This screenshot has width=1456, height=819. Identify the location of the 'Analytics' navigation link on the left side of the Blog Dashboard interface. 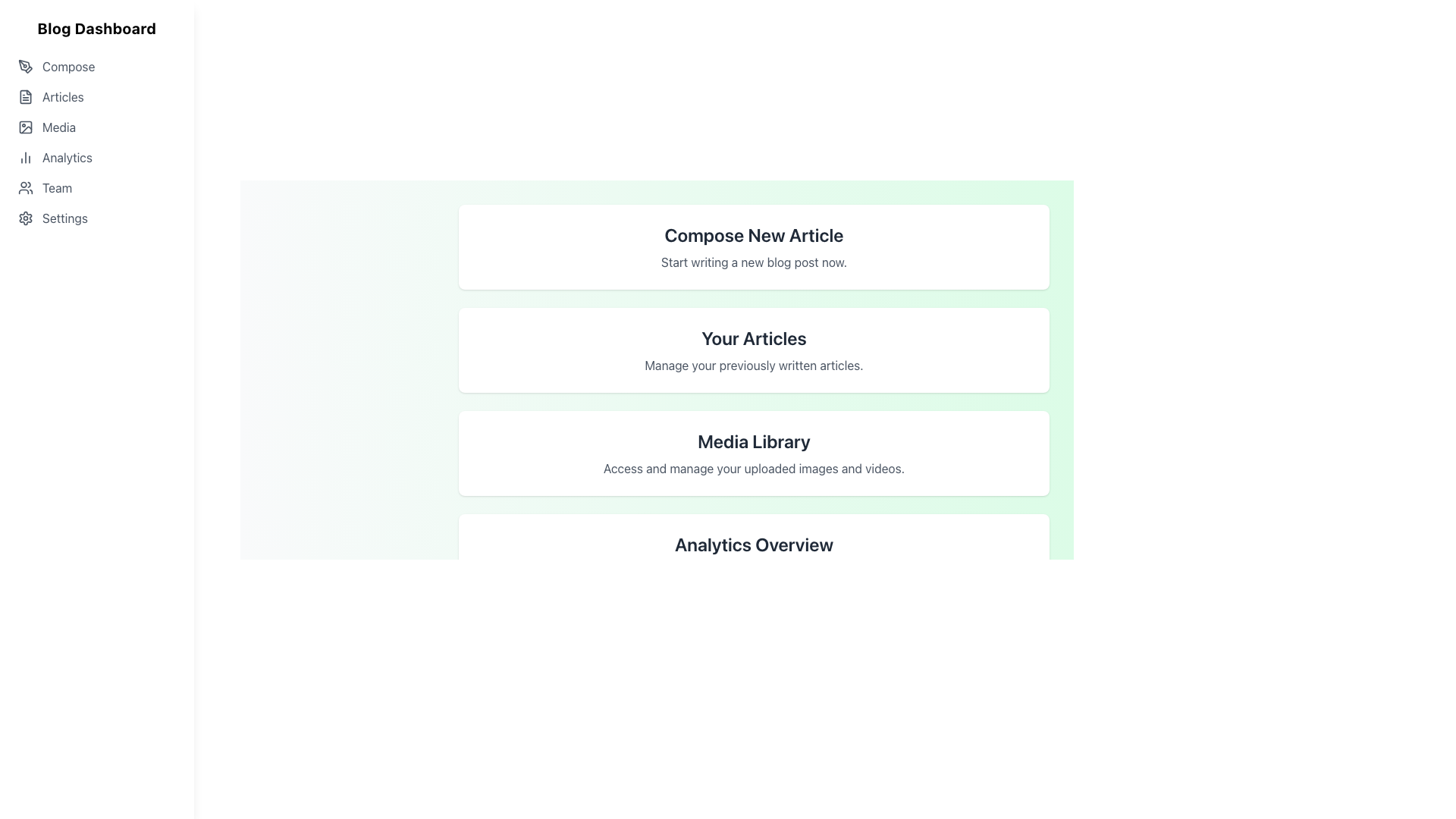
(96, 143).